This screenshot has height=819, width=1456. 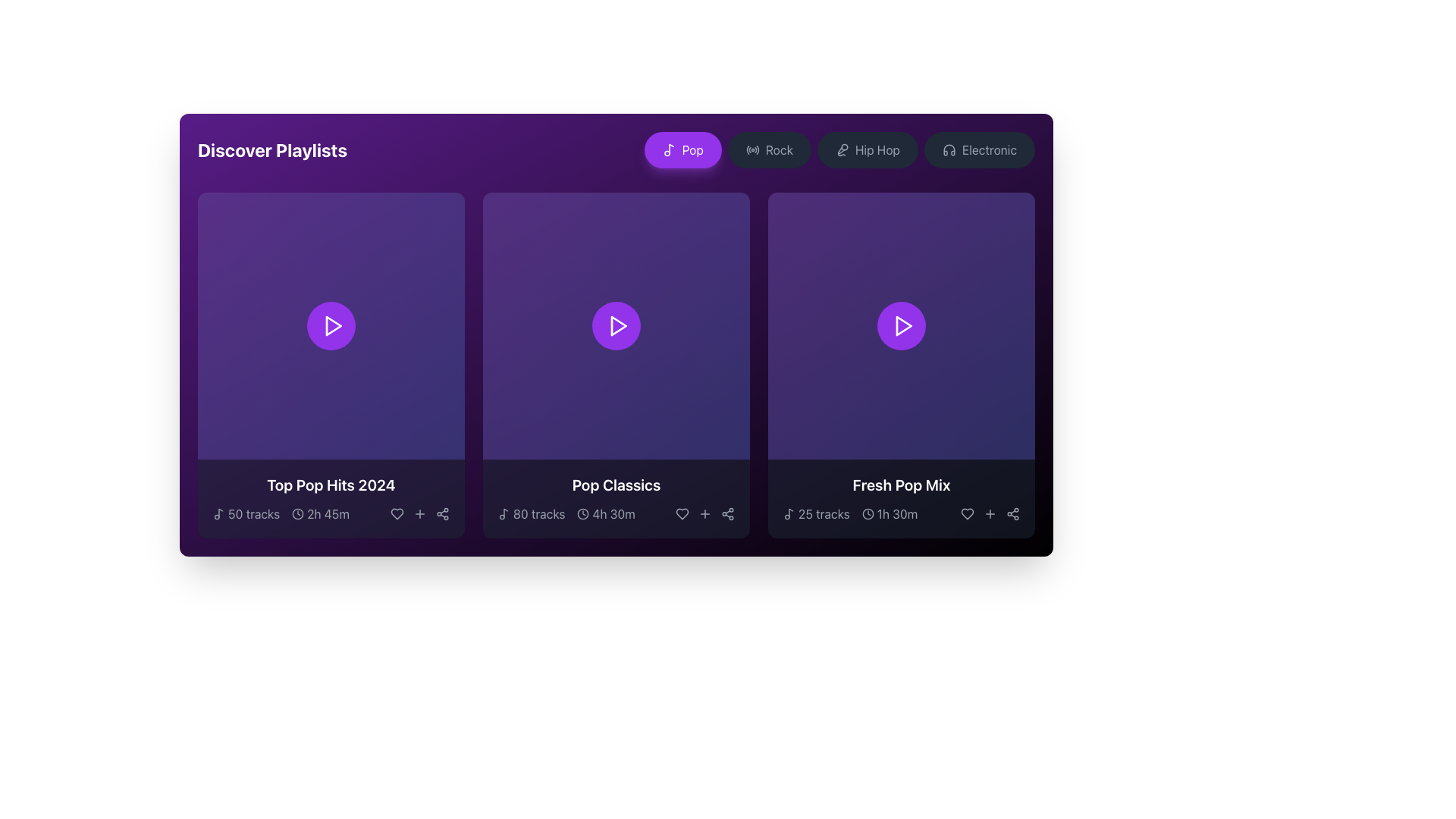 What do you see at coordinates (605, 513) in the screenshot?
I see `displayed text indicating the total duration of the playlist located below the title 'Pop Classics' in the central playlist card` at bounding box center [605, 513].